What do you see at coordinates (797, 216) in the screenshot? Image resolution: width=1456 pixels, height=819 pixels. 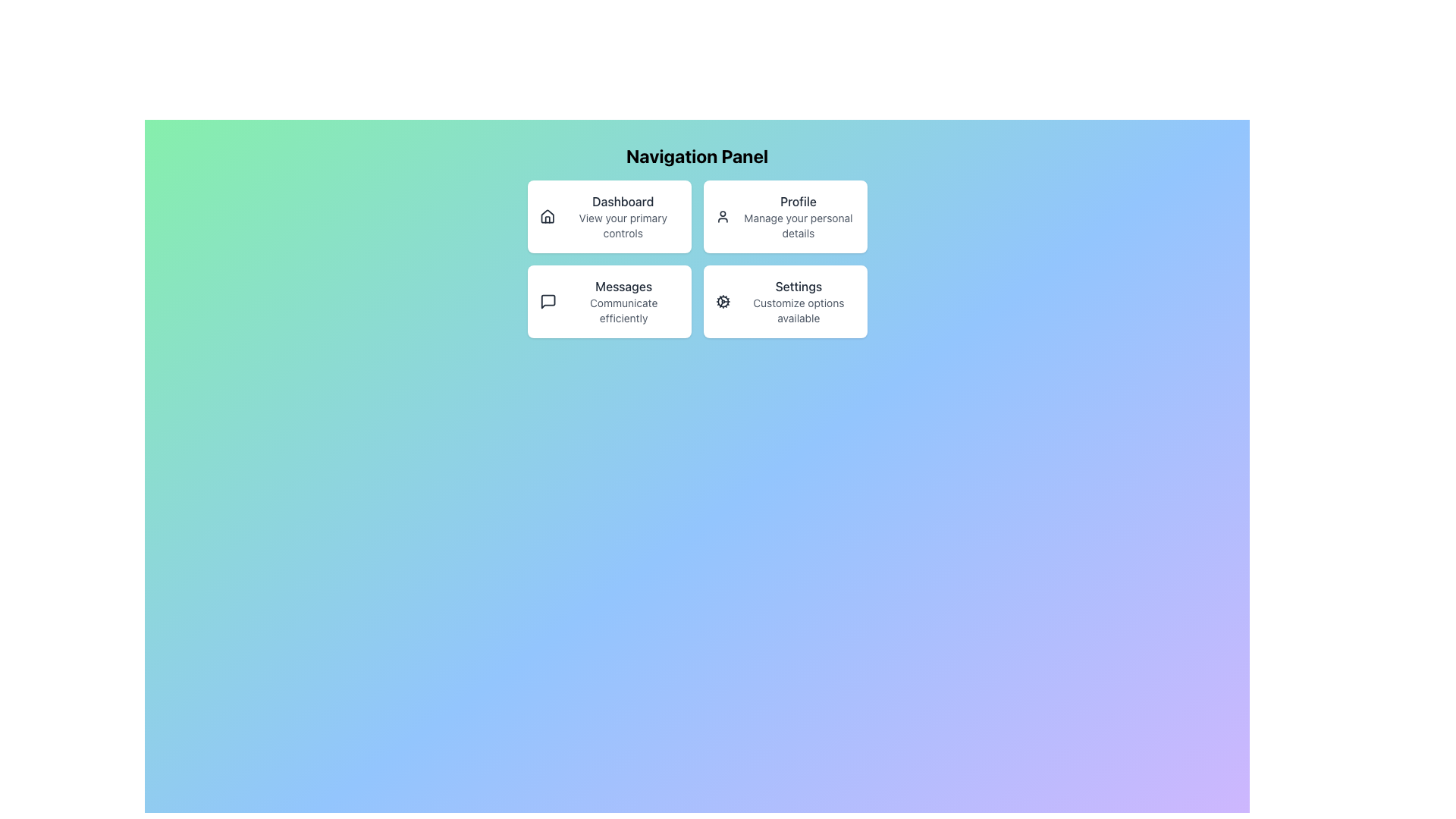 I see `the 'Profile' text label, which includes the title 'Profile' and subtitle 'Manage your personal details', located in the second card of the first row in a grid layout` at bounding box center [797, 216].